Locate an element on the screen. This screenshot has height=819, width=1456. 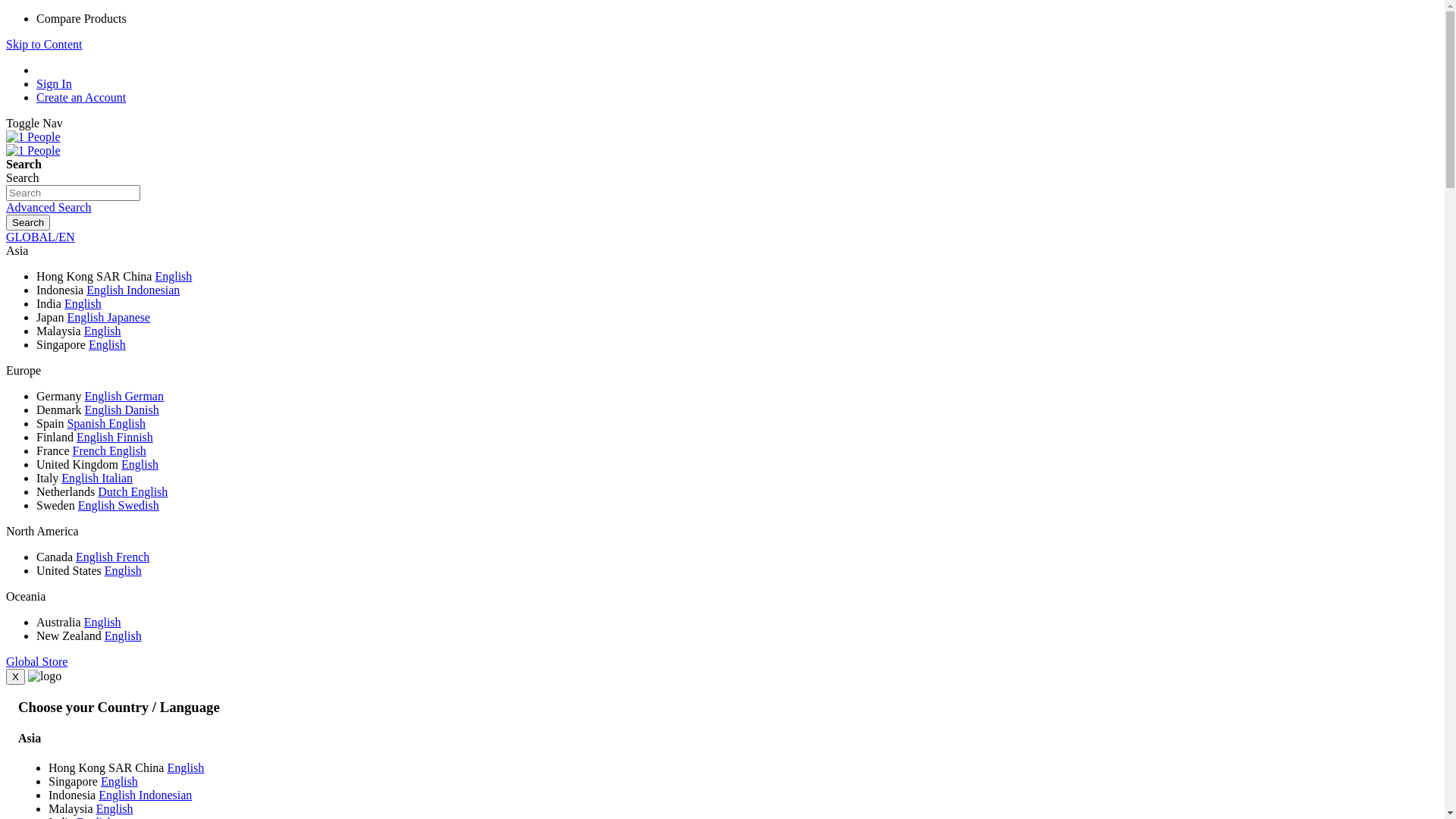
'English' is located at coordinates (104, 409).